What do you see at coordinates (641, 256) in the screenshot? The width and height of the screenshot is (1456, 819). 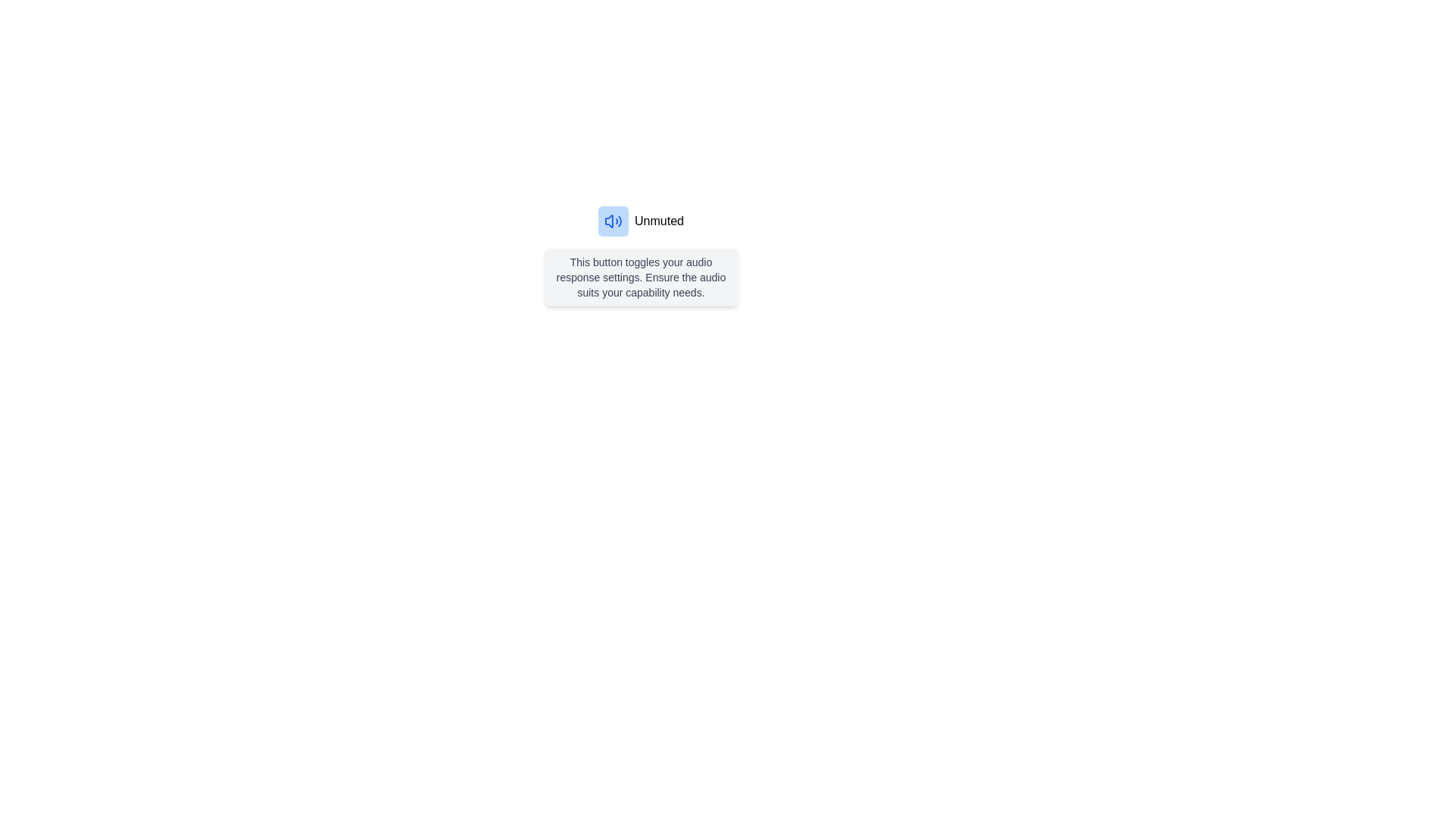 I see `the Informational panel that indicates the current state of audio settings (unmuted) and provides a description of its functionality` at bounding box center [641, 256].